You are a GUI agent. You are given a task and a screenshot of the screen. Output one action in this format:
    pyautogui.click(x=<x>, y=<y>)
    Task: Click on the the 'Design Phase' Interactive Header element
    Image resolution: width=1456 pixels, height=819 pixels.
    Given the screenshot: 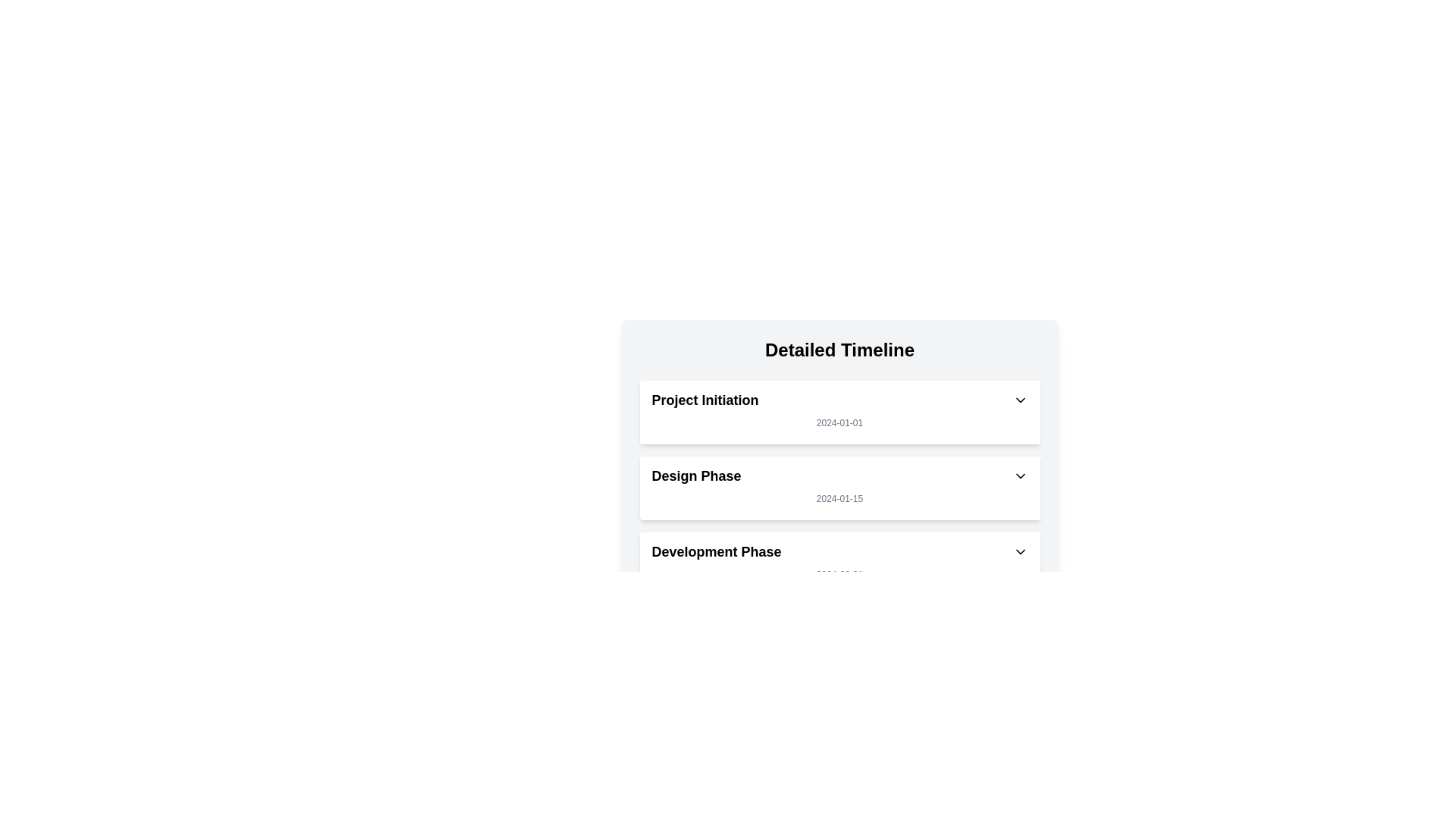 What is the action you would take?
    pyautogui.click(x=839, y=475)
    